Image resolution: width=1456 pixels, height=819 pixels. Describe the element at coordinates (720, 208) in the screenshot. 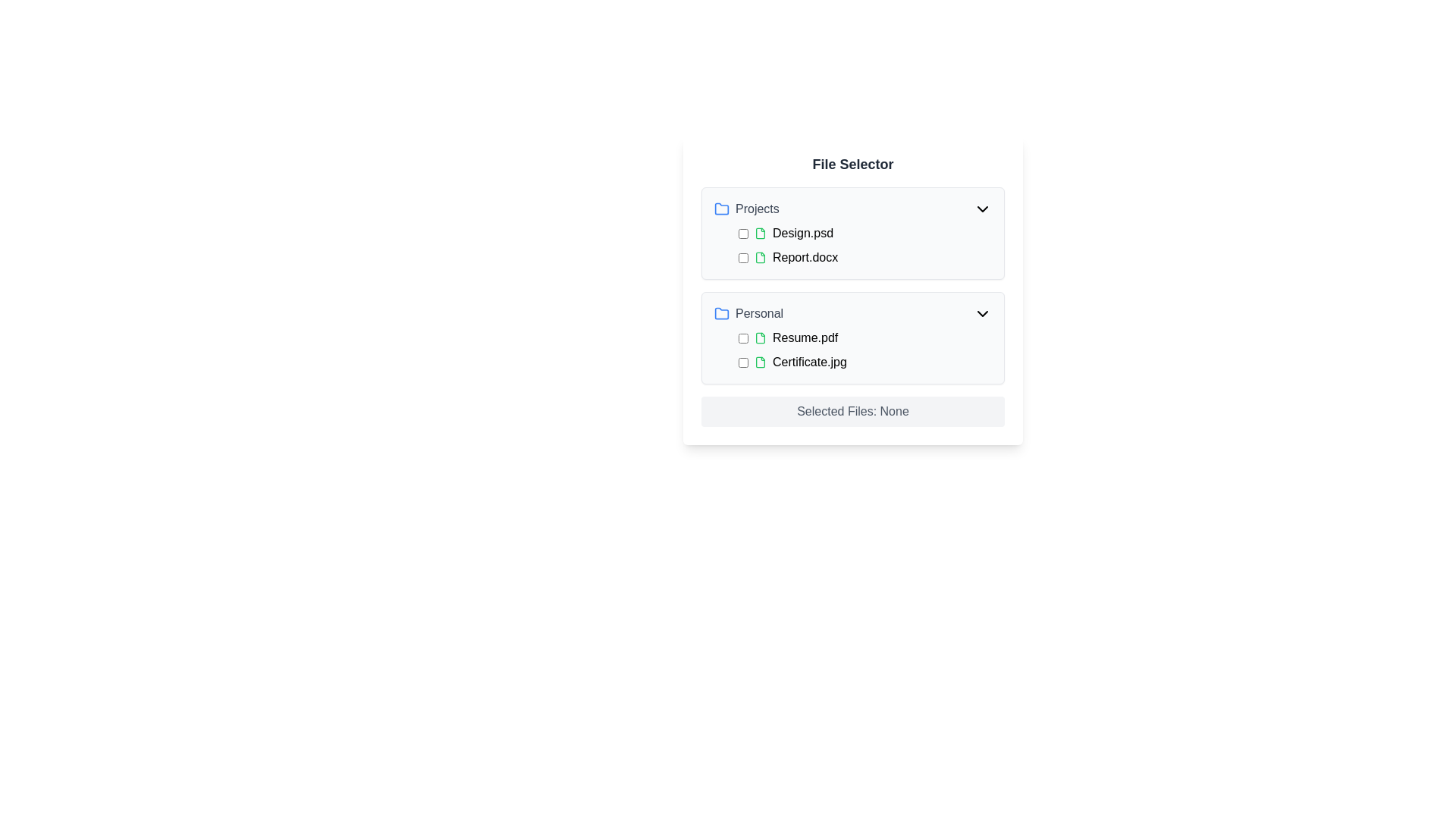

I see `the blue folder icon outlined in white, located next to the text 'Projects' in the 'File Selector' interface` at that location.